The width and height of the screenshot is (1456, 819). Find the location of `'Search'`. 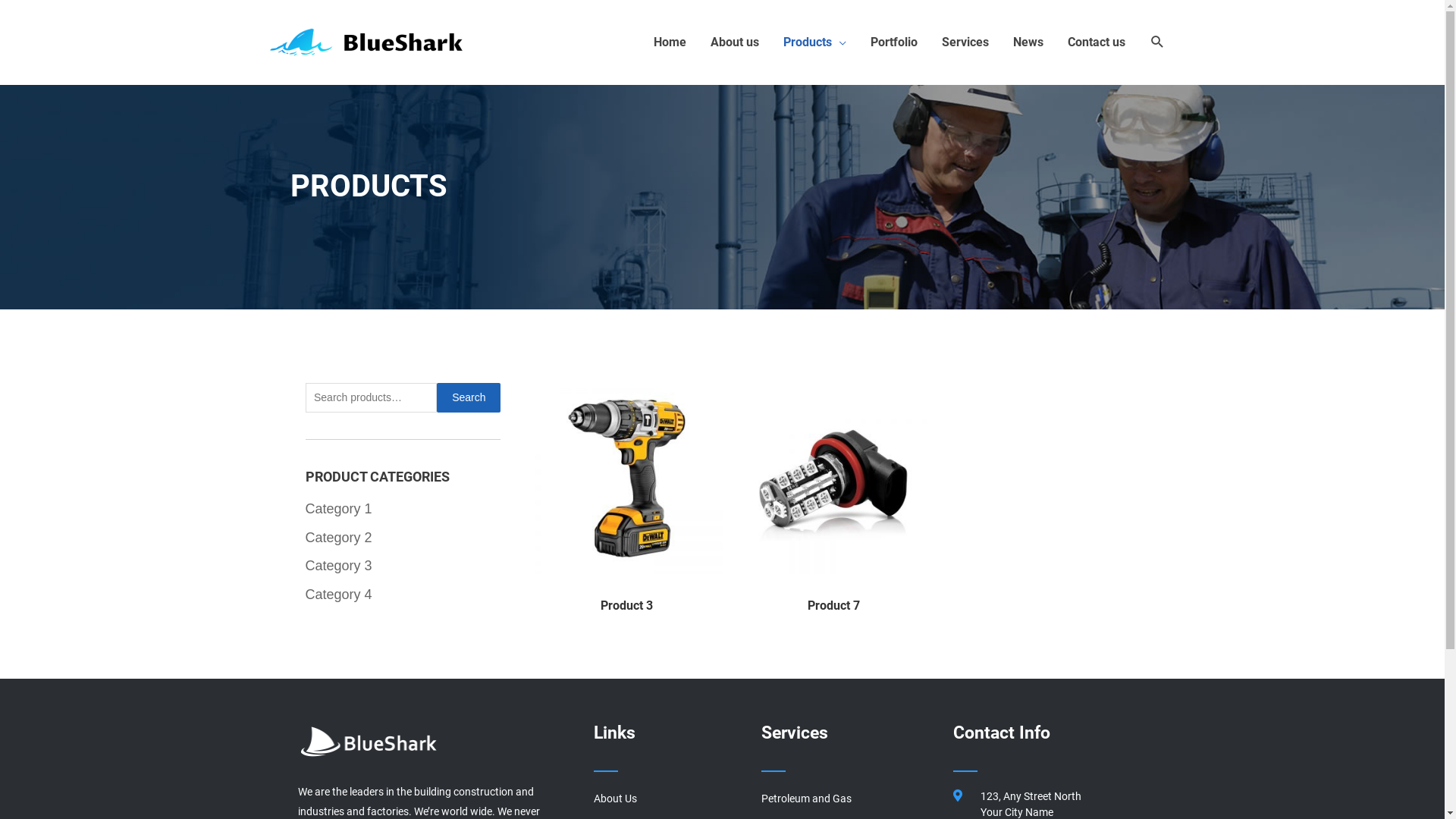

'Search' is located at coordinates (468, 397).